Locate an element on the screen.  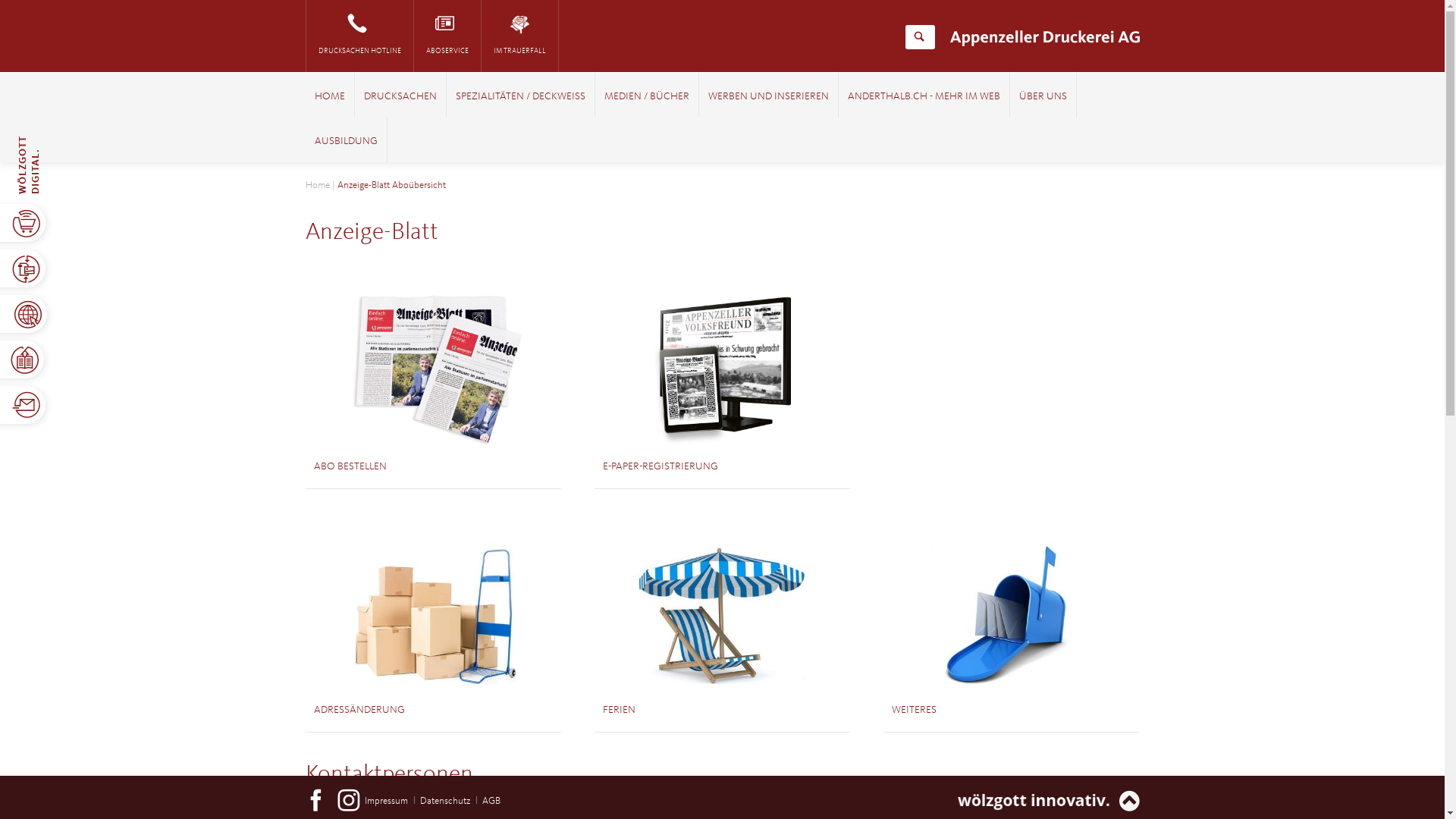
'Impressum' is located at coordinates (386, 800).